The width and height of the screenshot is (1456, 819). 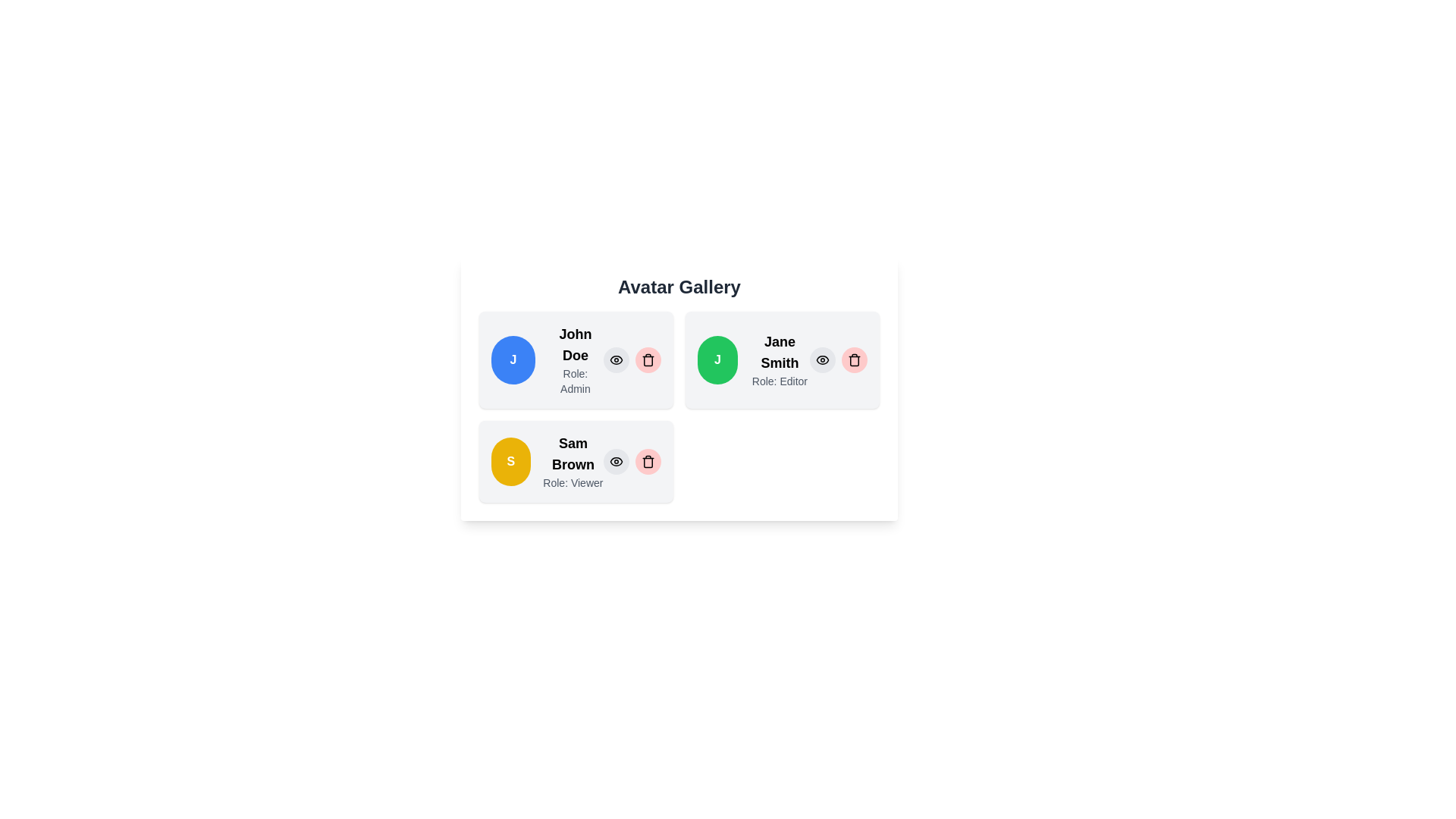 What do you see at coordinates (821, 359) in the screenshot?
I see `the toggle visibility icon located adjacent to 'Jane Smith Role: Editor'` at bounding box center [821, 359].